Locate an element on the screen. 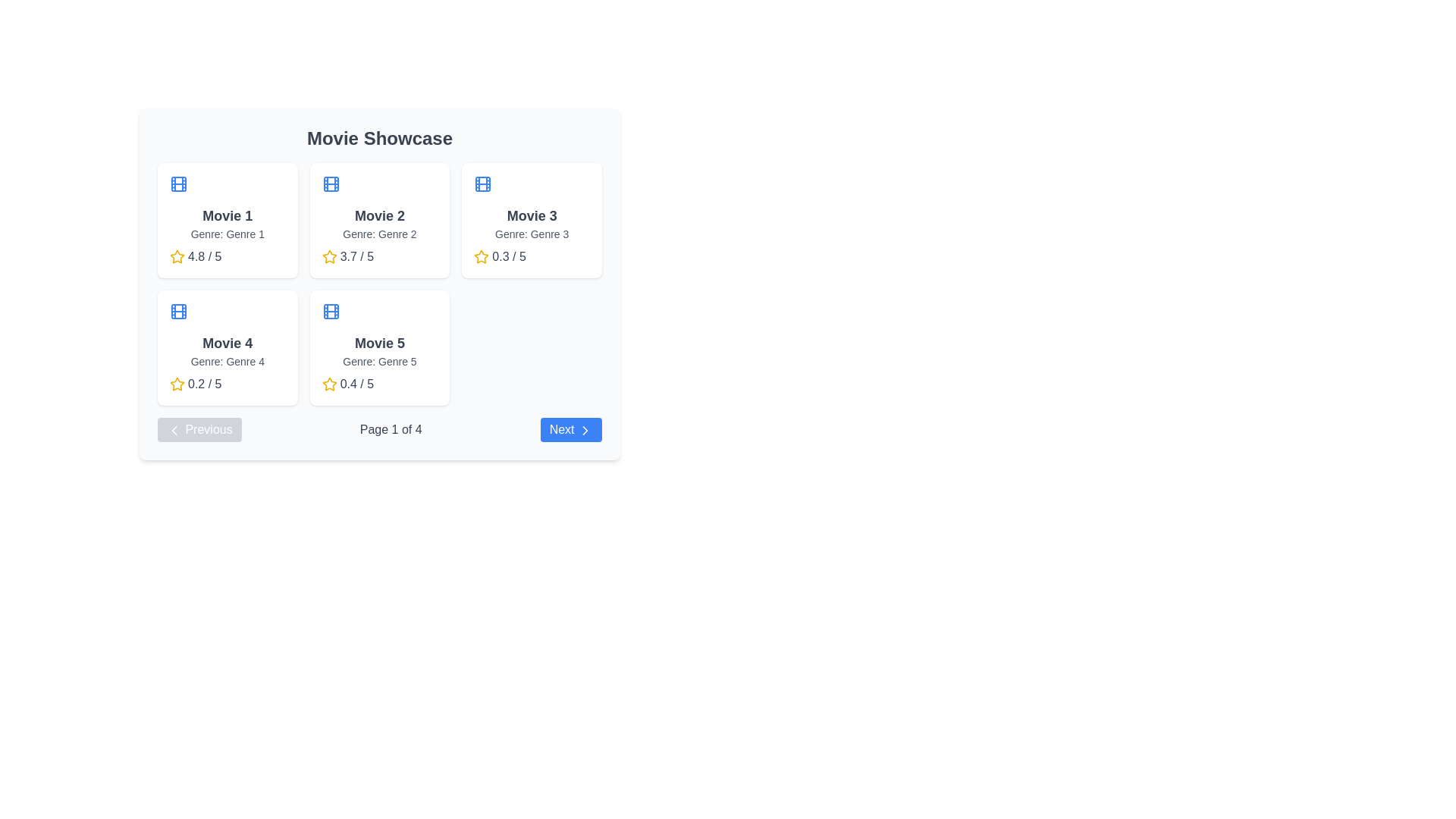  the star icon in the rating section under 'Movie 4' to associate it with the rating text '0.2 / 5.' is located at coordinates (177, 383).